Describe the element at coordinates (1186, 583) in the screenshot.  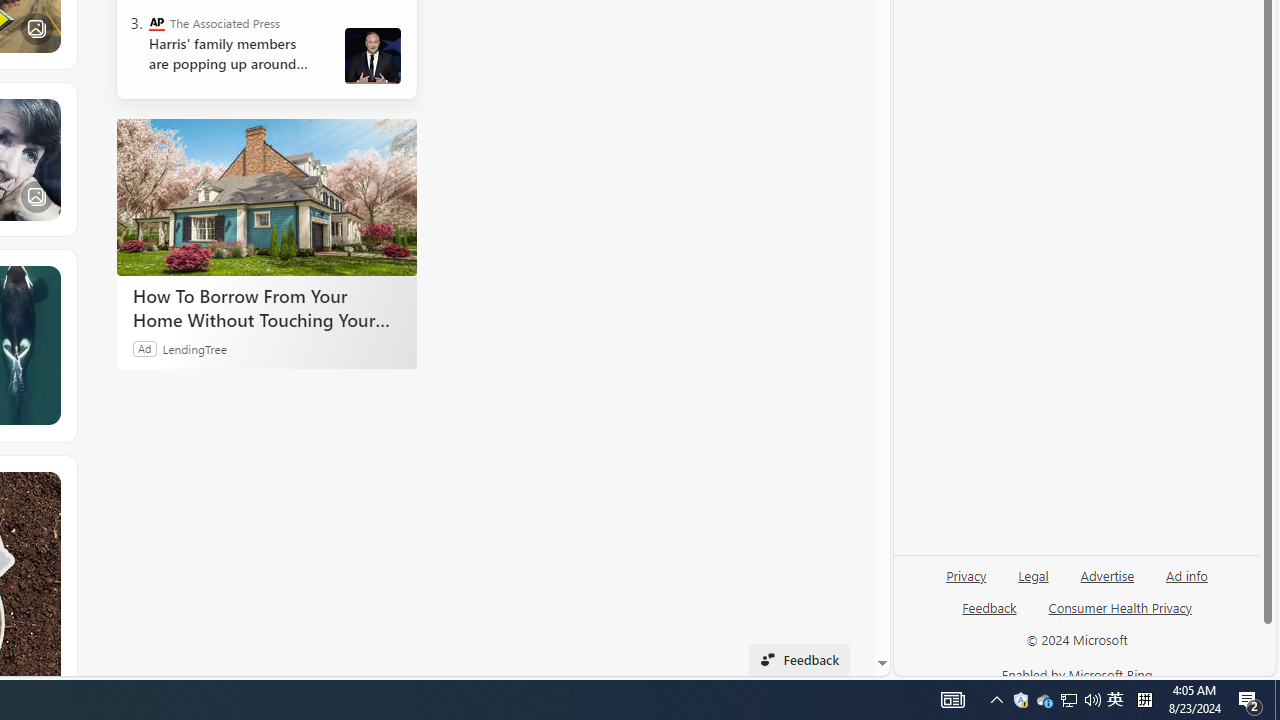
I see `'Ad info'` at that location.